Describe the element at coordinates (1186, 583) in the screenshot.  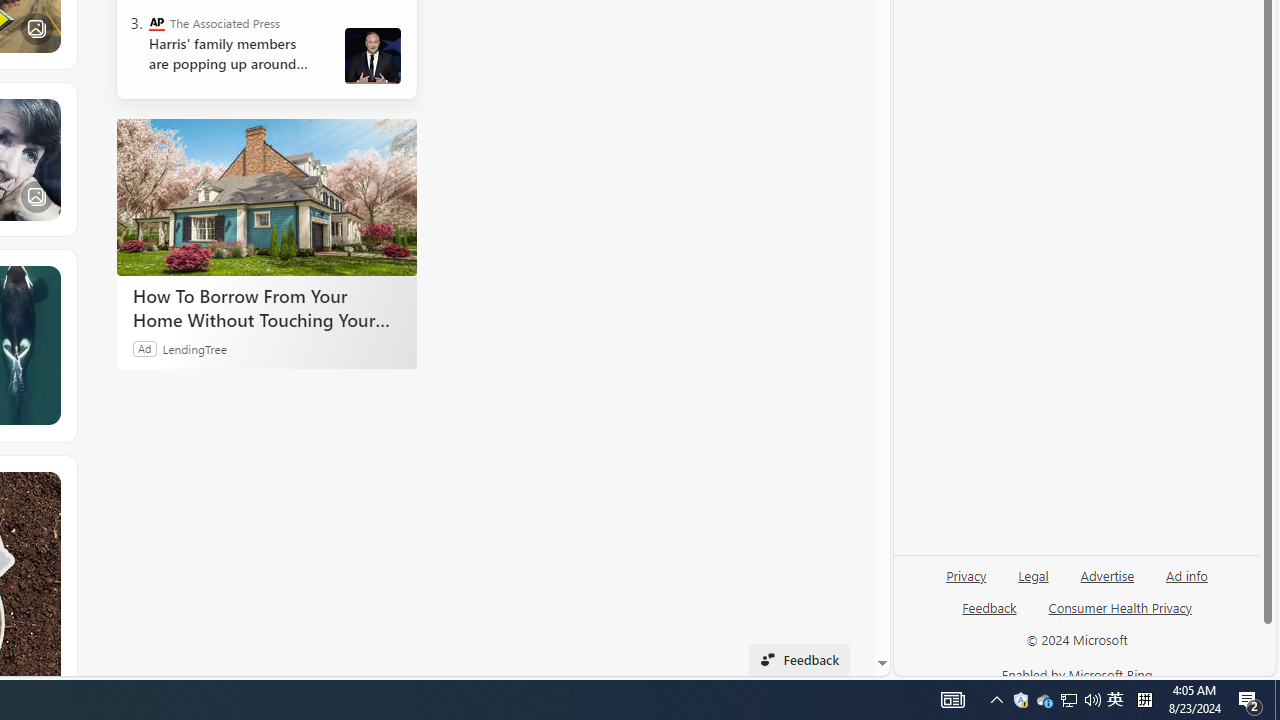
I see `'Ad info'` at that location.